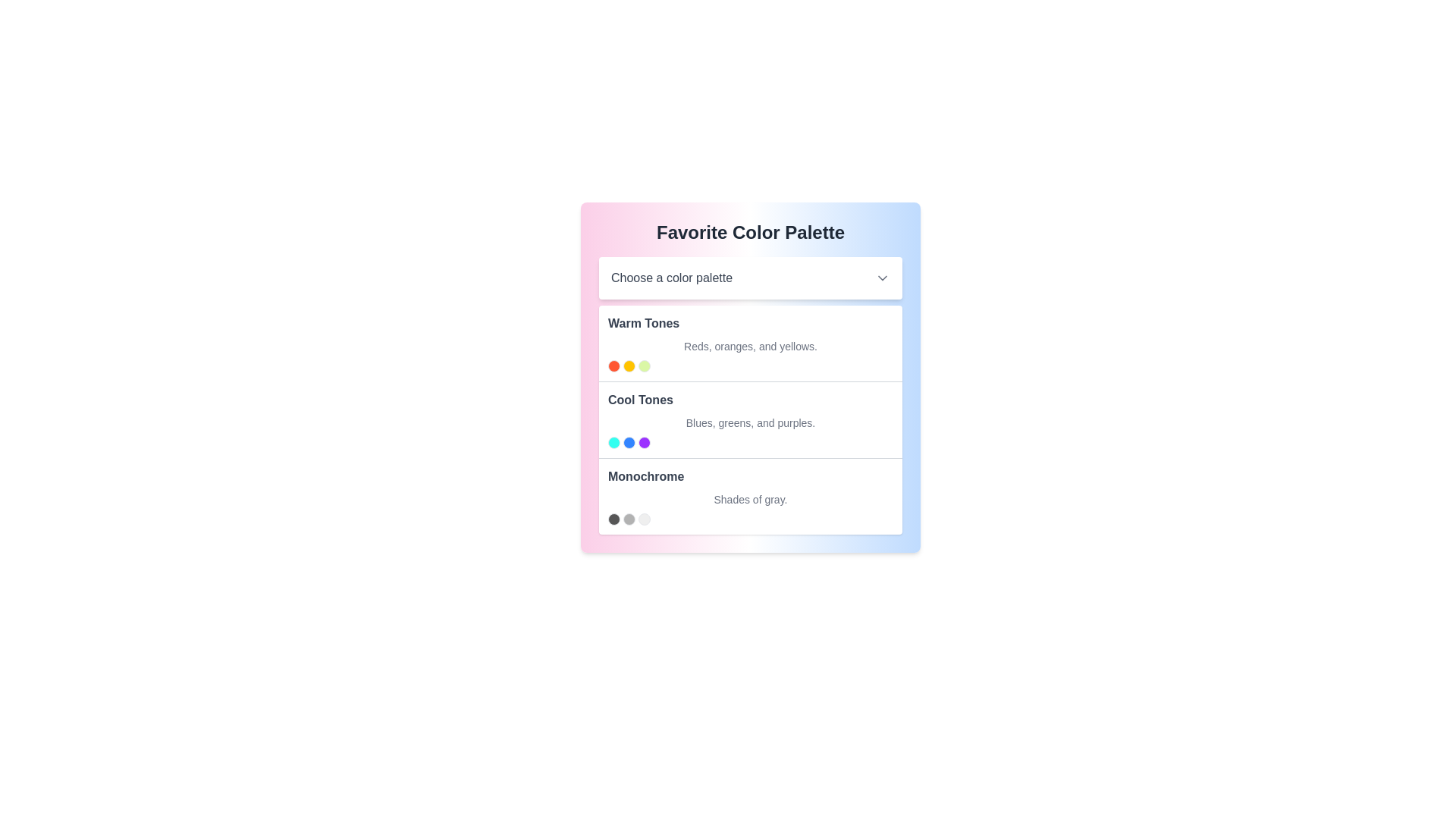 This screenshot has width=1456, height=819. What do you see at coordinates (750, 423) in the screenshot?
I see `the text label that reads 'Blues, greens, and purples.' which is styled with small gray text located in the 'Cool Tones' section, positioned beneath the section title` at bounding box center [750, 423].